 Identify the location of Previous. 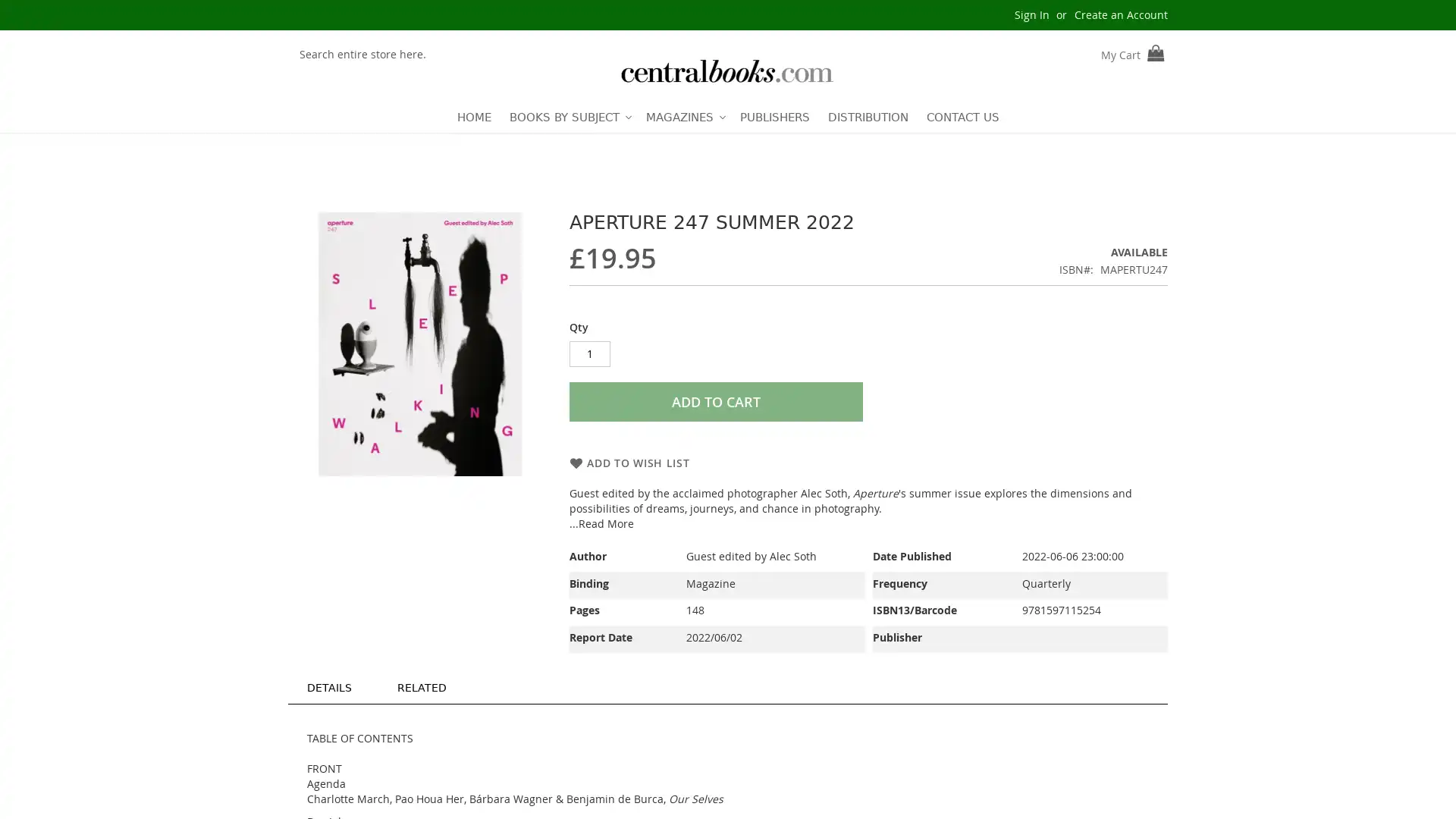
(318, 344).